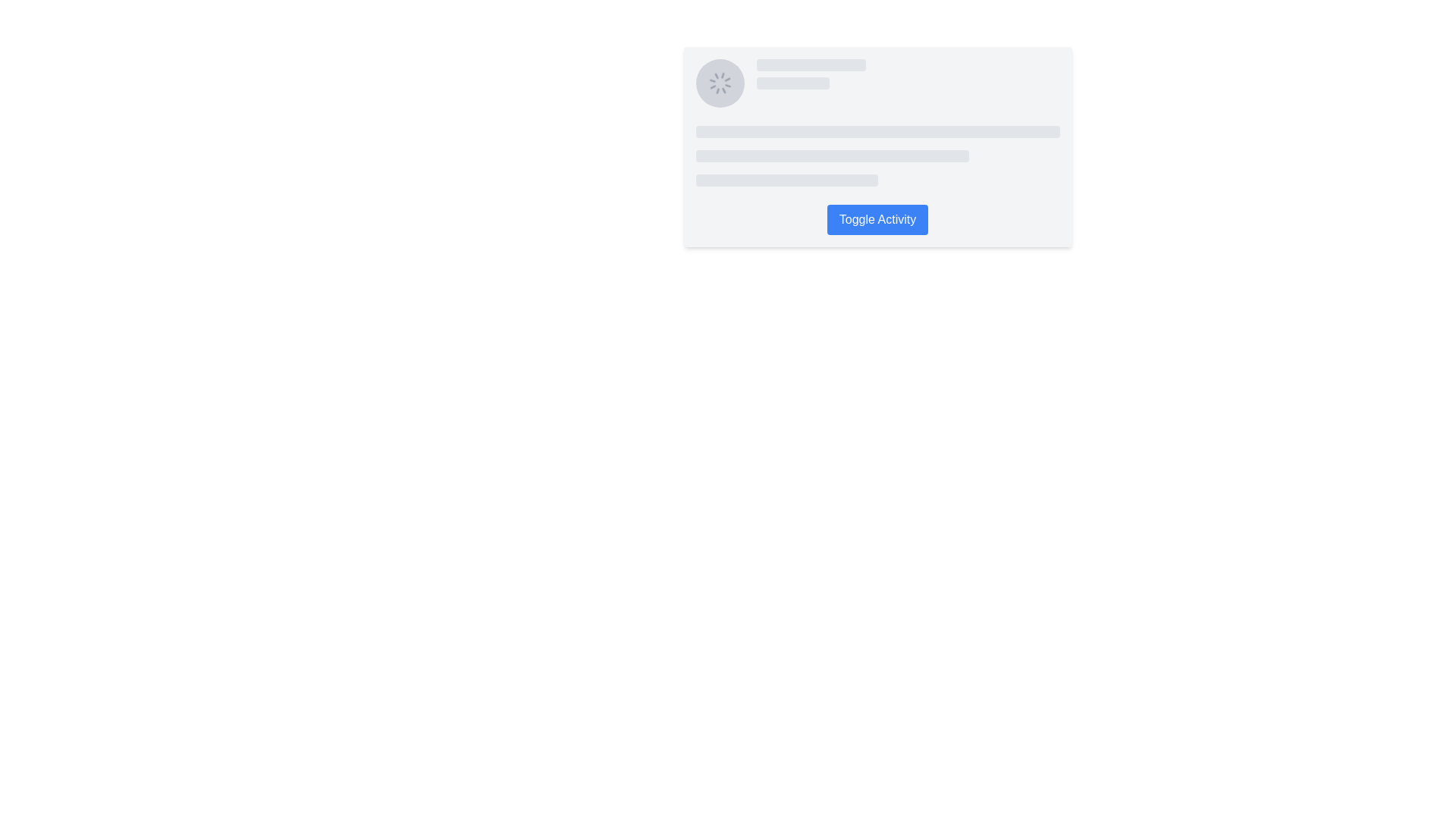  What do you see at coordinates (877, 219) in the screenshot?
I see `the rectangular button with rounded corners labeled 'Toggle Activity'` at bounding box center [877, 219].